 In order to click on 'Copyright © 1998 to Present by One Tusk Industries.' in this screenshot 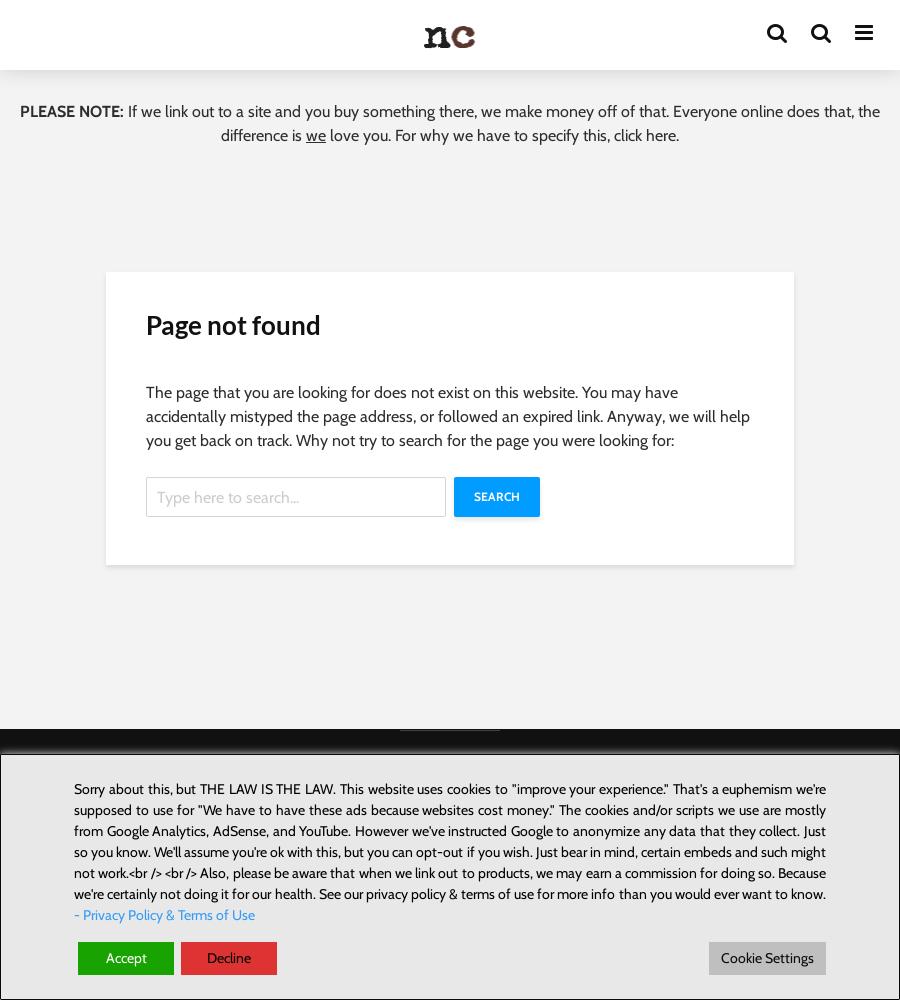, I will do `click(450, 764)`.